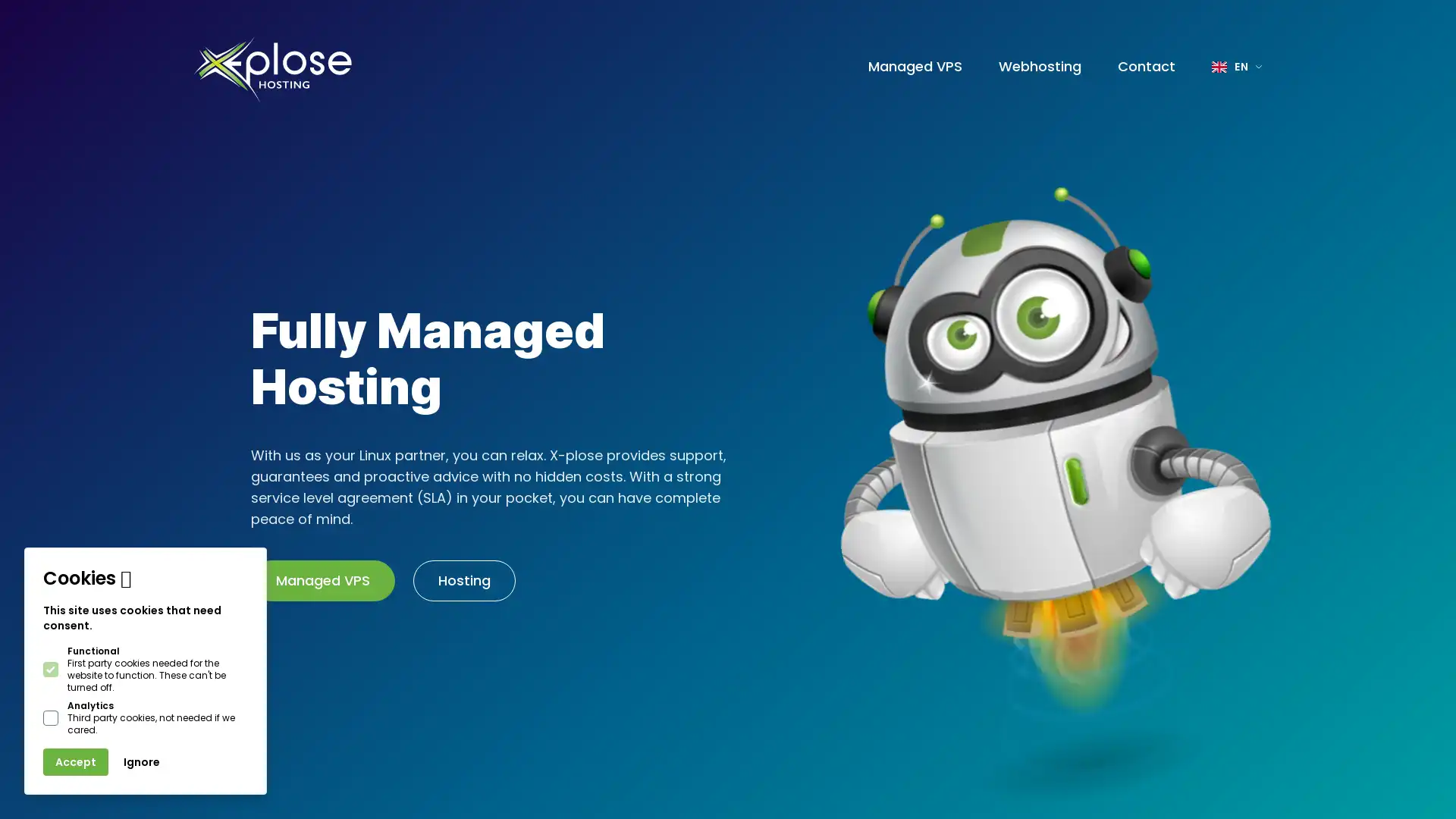 The height and width of the screenshot is (819, 1456). Describe the element at coordinates (75, 762) in the screenshot. I see `Accept` at that location.